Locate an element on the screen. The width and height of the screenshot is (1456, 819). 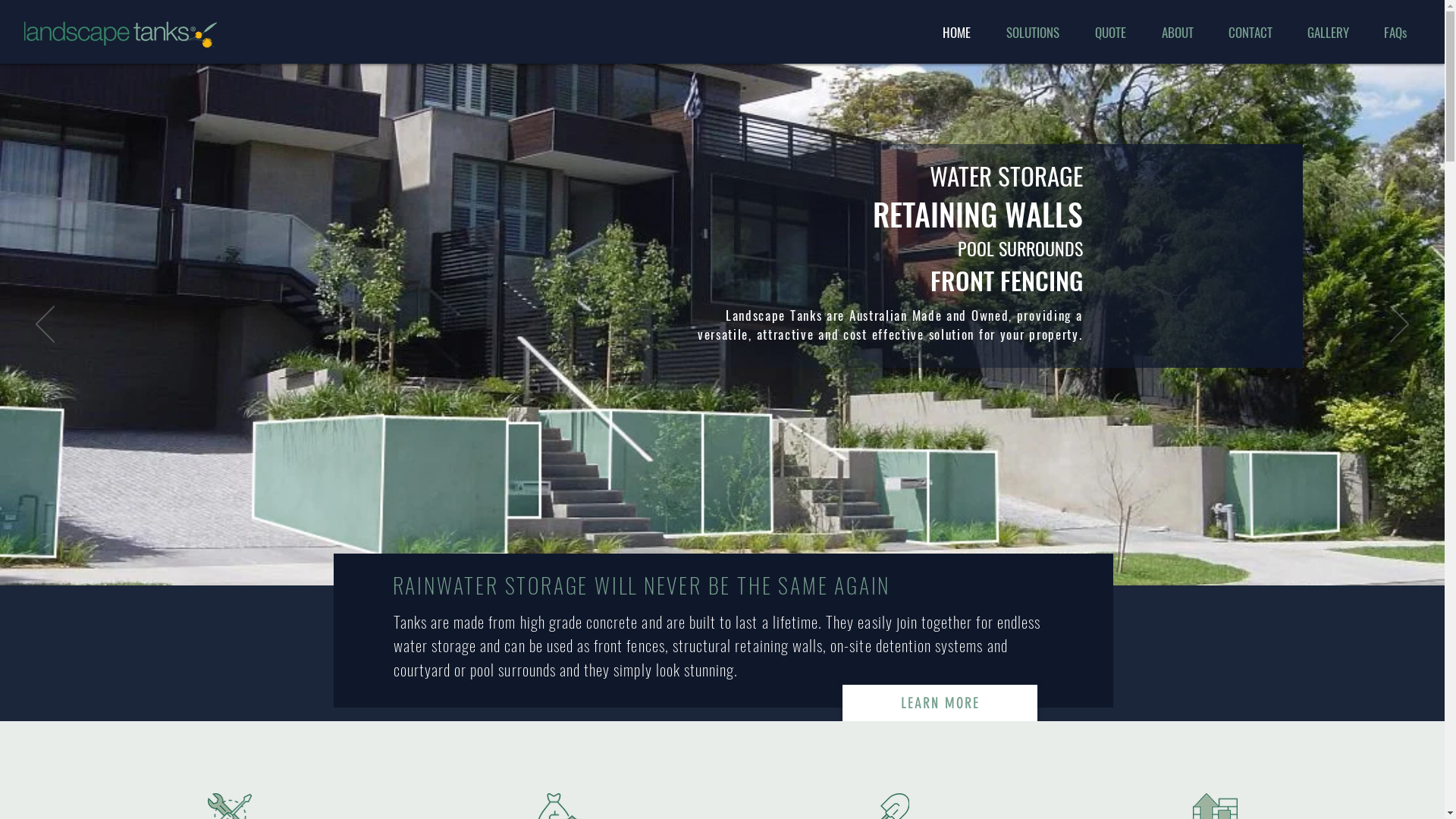
'Embedded Content' is located at coordinates (1423, 36).